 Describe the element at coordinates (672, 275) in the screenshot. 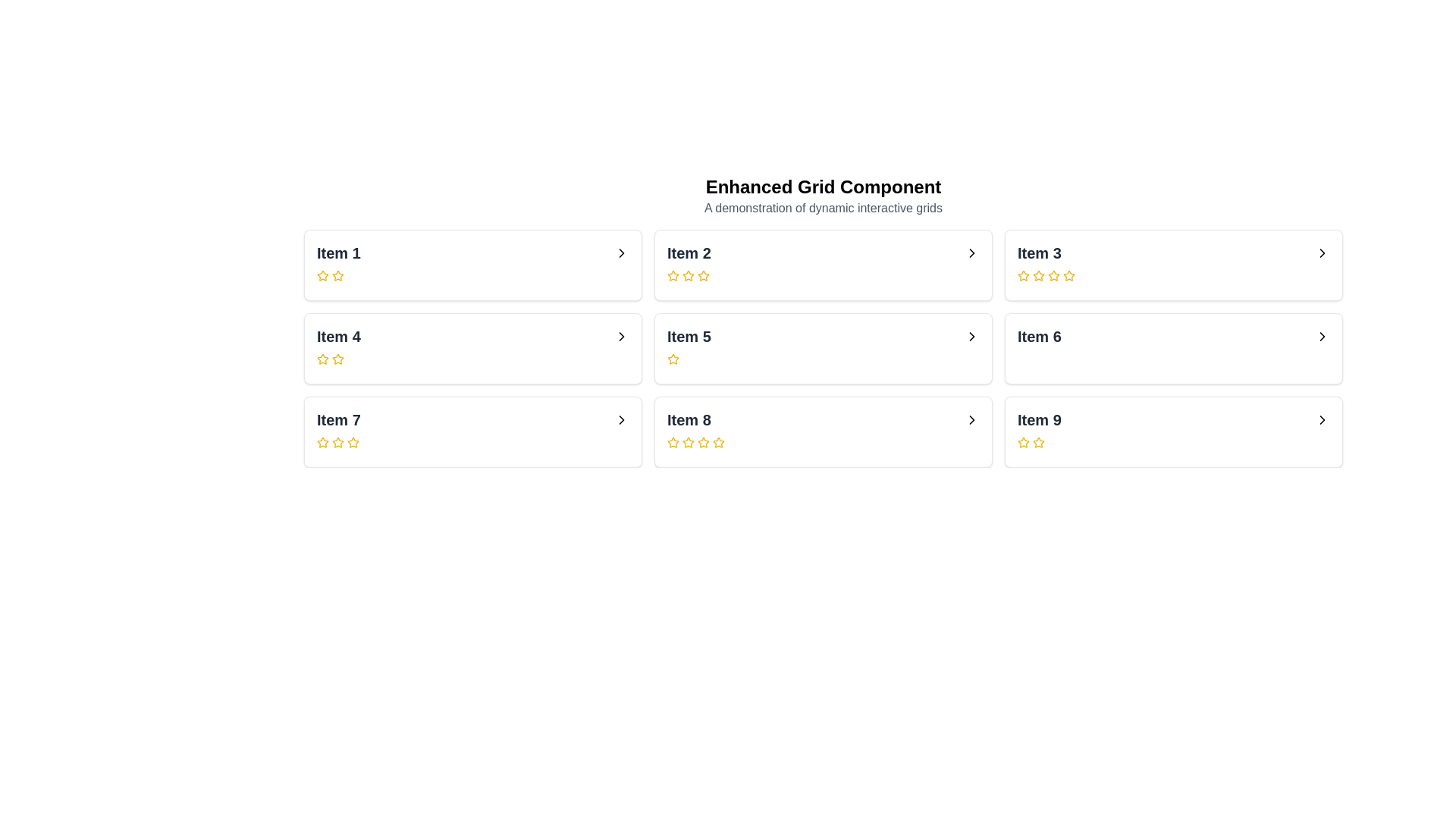

I see `the first star icon for ratings, which is a vibrant yellow star with a dark border, located below the text 'Item 2' in the second panel of the grid layout to rate it` at that location.